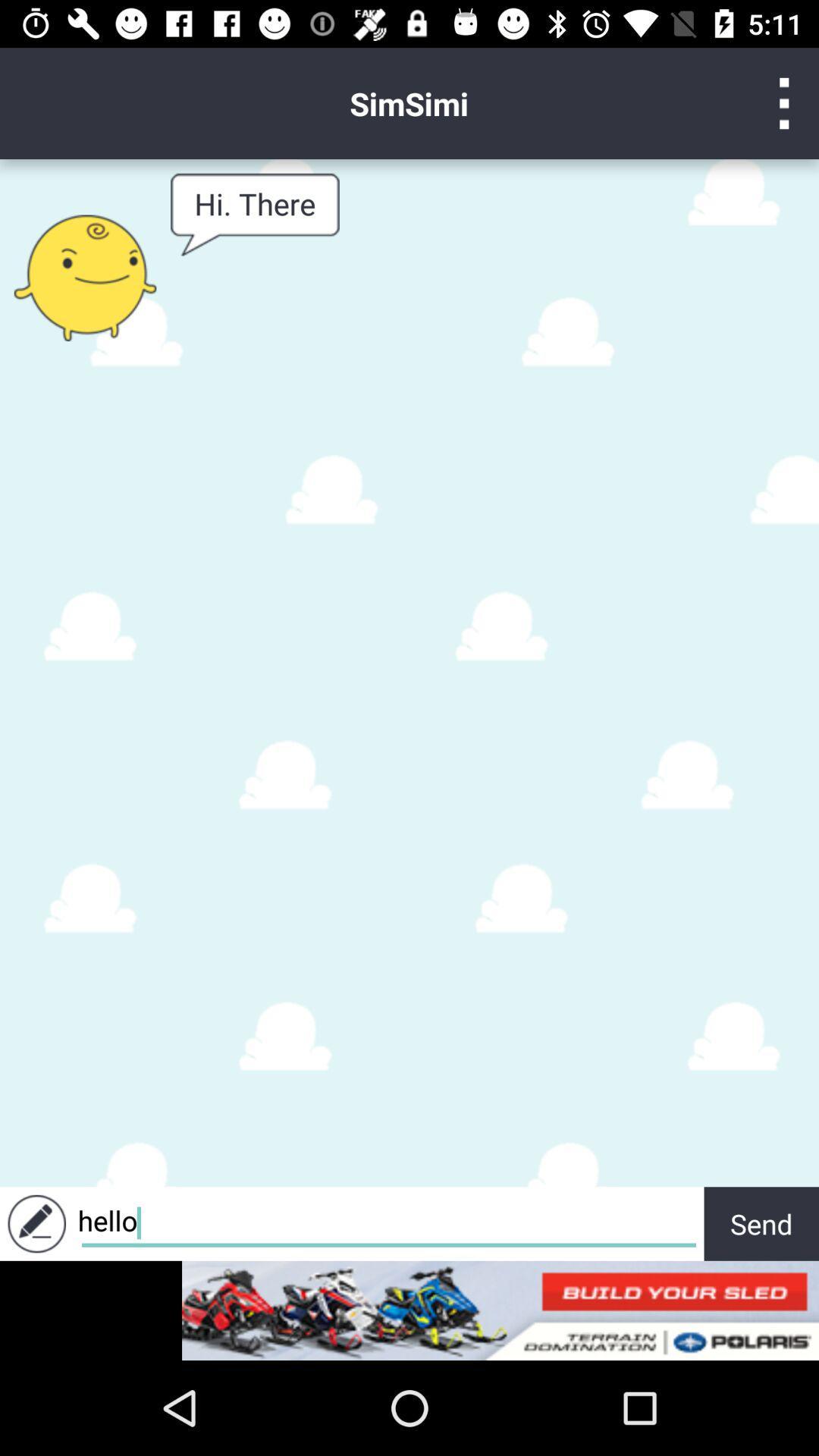 Image resolution: width=819 pixels, height=1456 pixels. Describe the element at coordinates (784, 102) in the screenshot. I see `icon` at that location.